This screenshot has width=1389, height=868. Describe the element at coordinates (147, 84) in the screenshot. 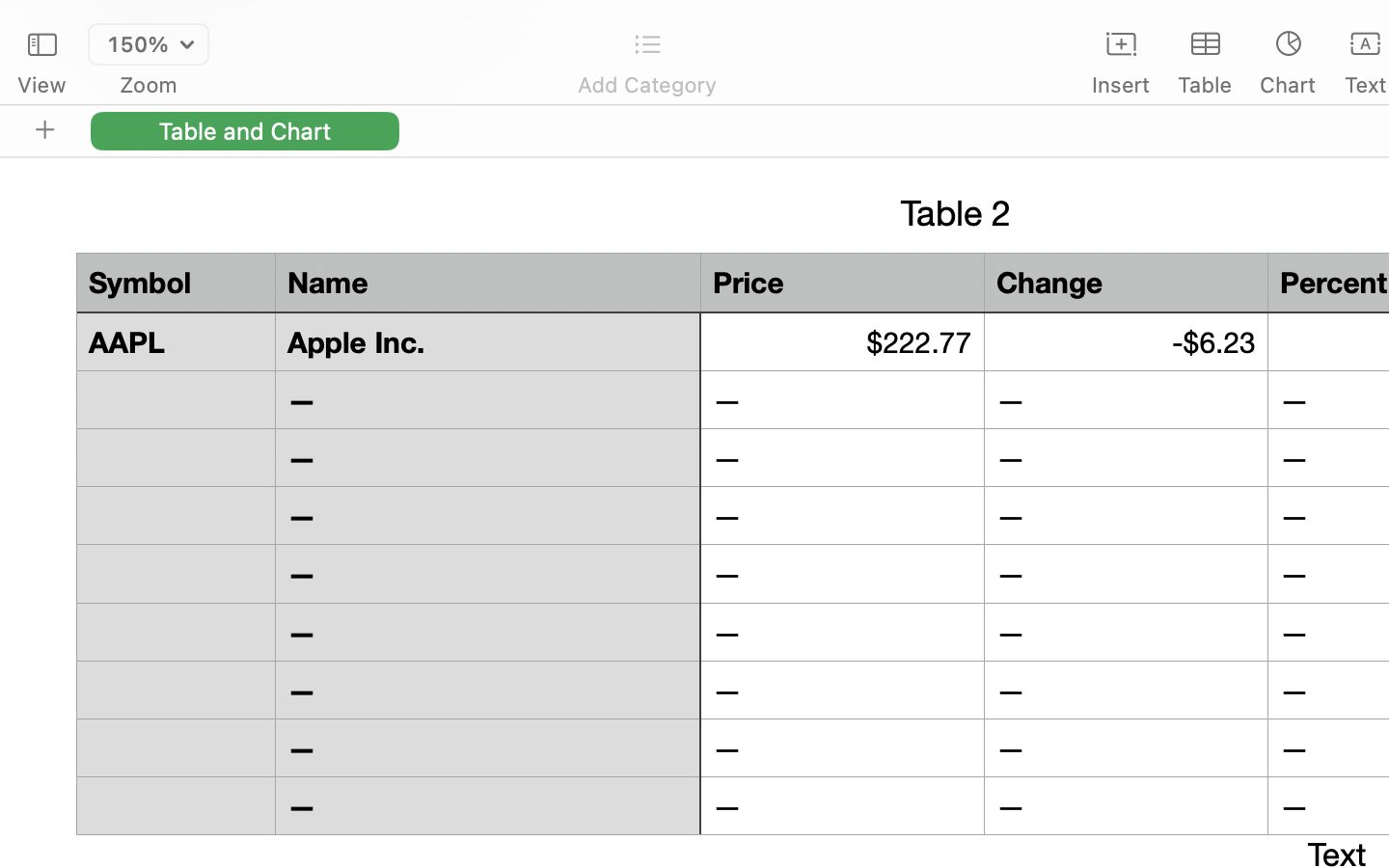

I see `'Zoom'` at that location.